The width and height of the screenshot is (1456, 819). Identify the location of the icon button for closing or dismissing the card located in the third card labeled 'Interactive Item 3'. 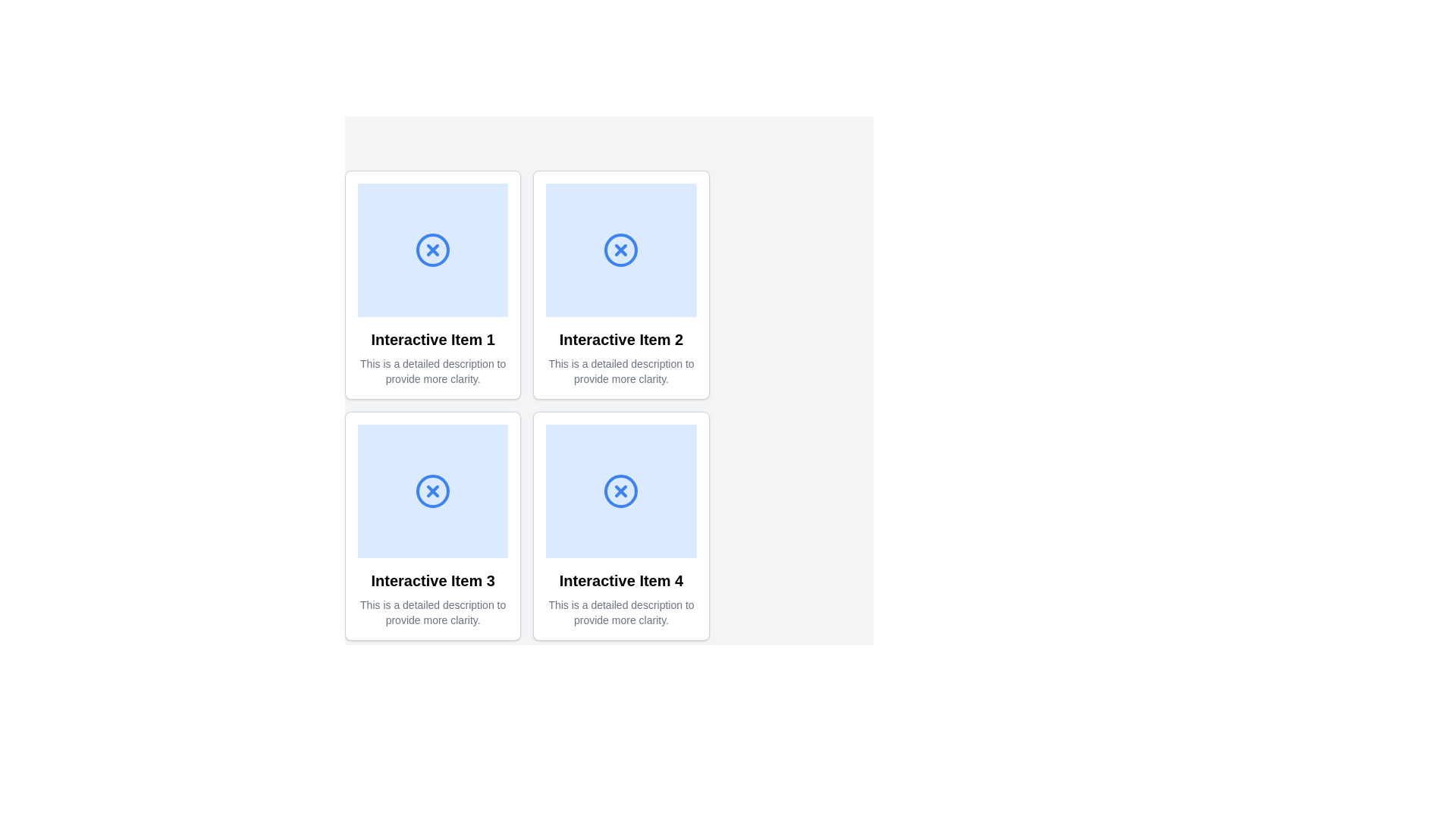
(432, 491).